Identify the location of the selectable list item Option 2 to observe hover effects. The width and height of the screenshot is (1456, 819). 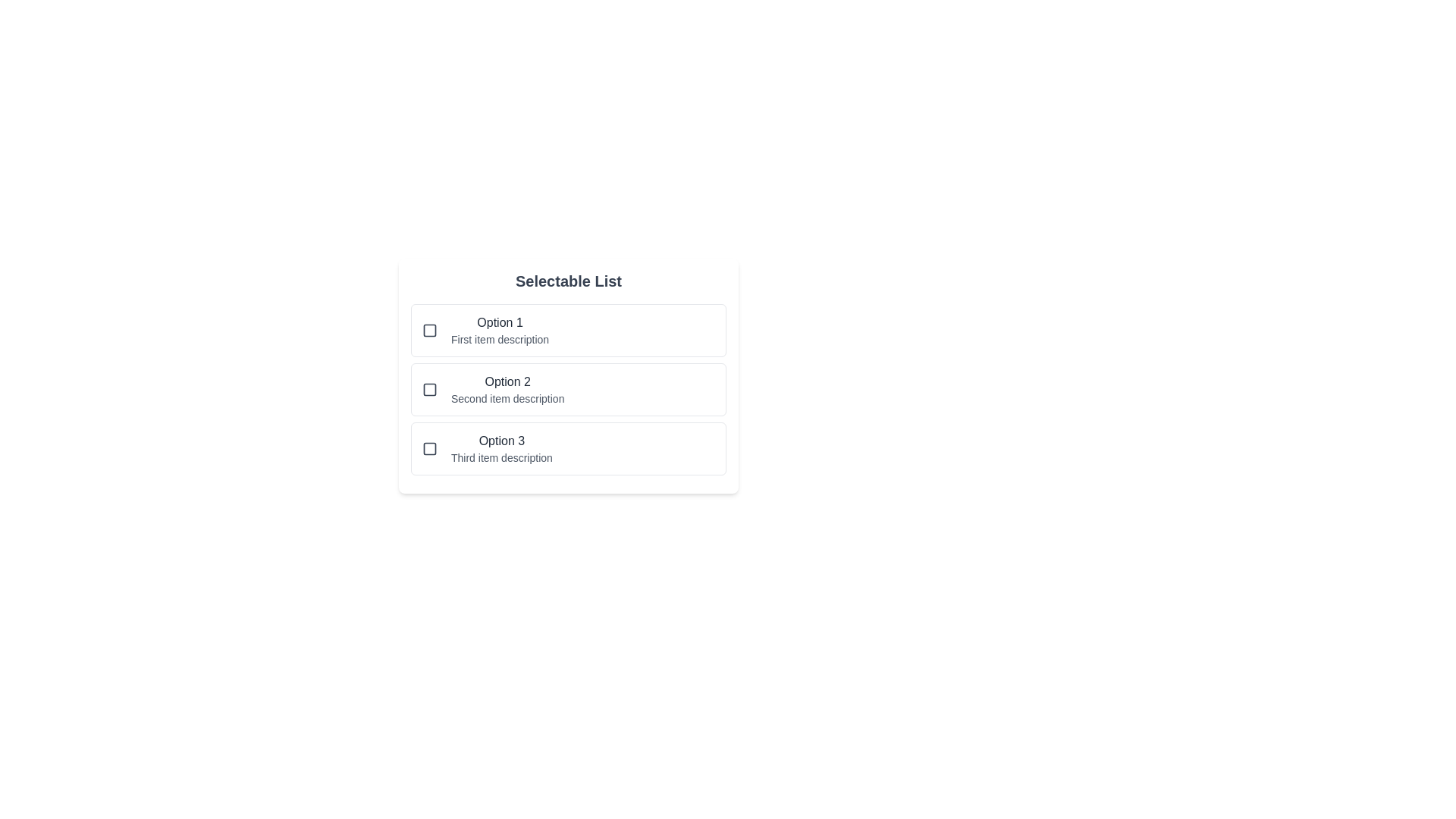
(567, 388).